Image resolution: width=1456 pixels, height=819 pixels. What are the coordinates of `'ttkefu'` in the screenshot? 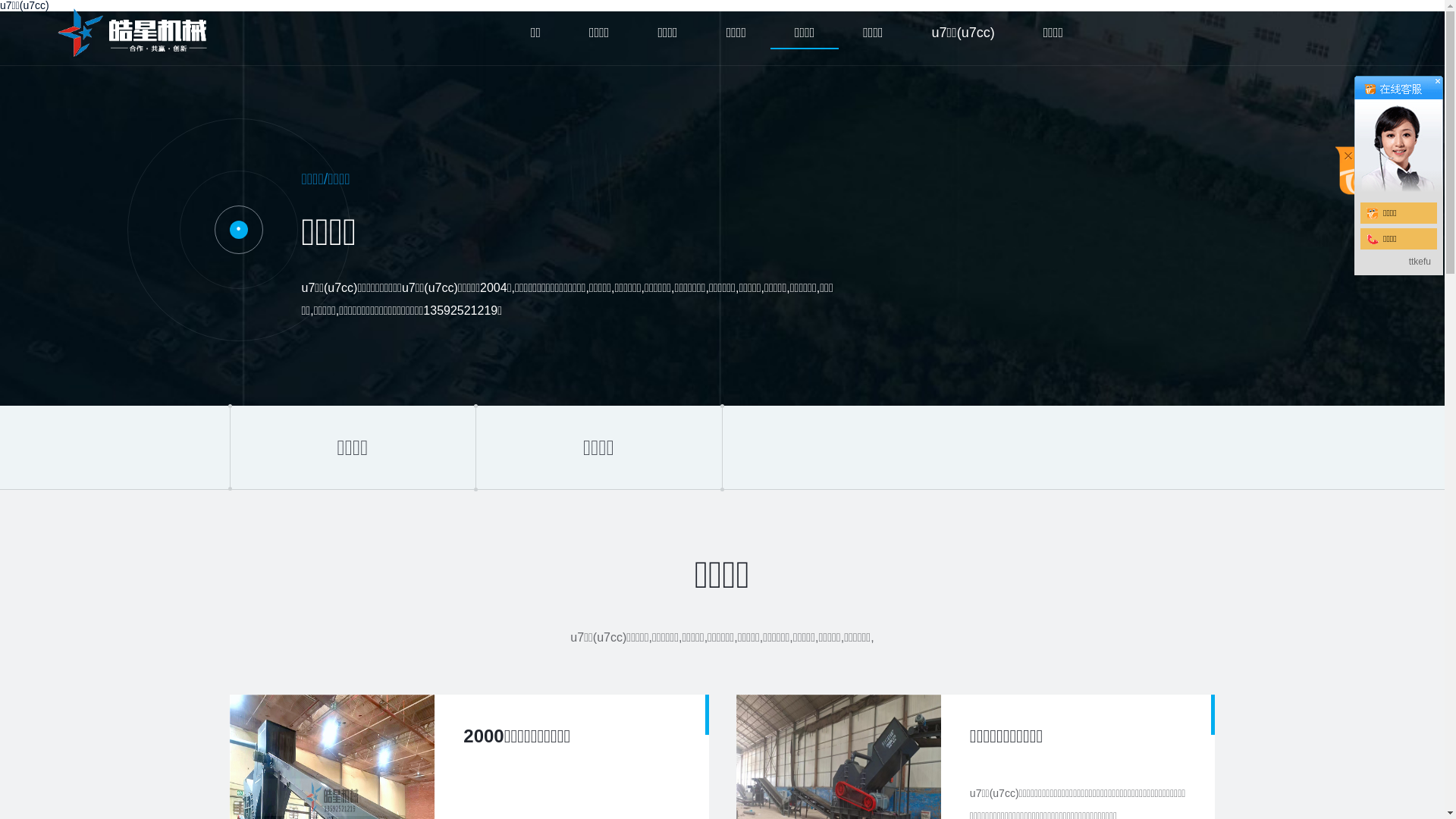 It's located at (1419, 260).